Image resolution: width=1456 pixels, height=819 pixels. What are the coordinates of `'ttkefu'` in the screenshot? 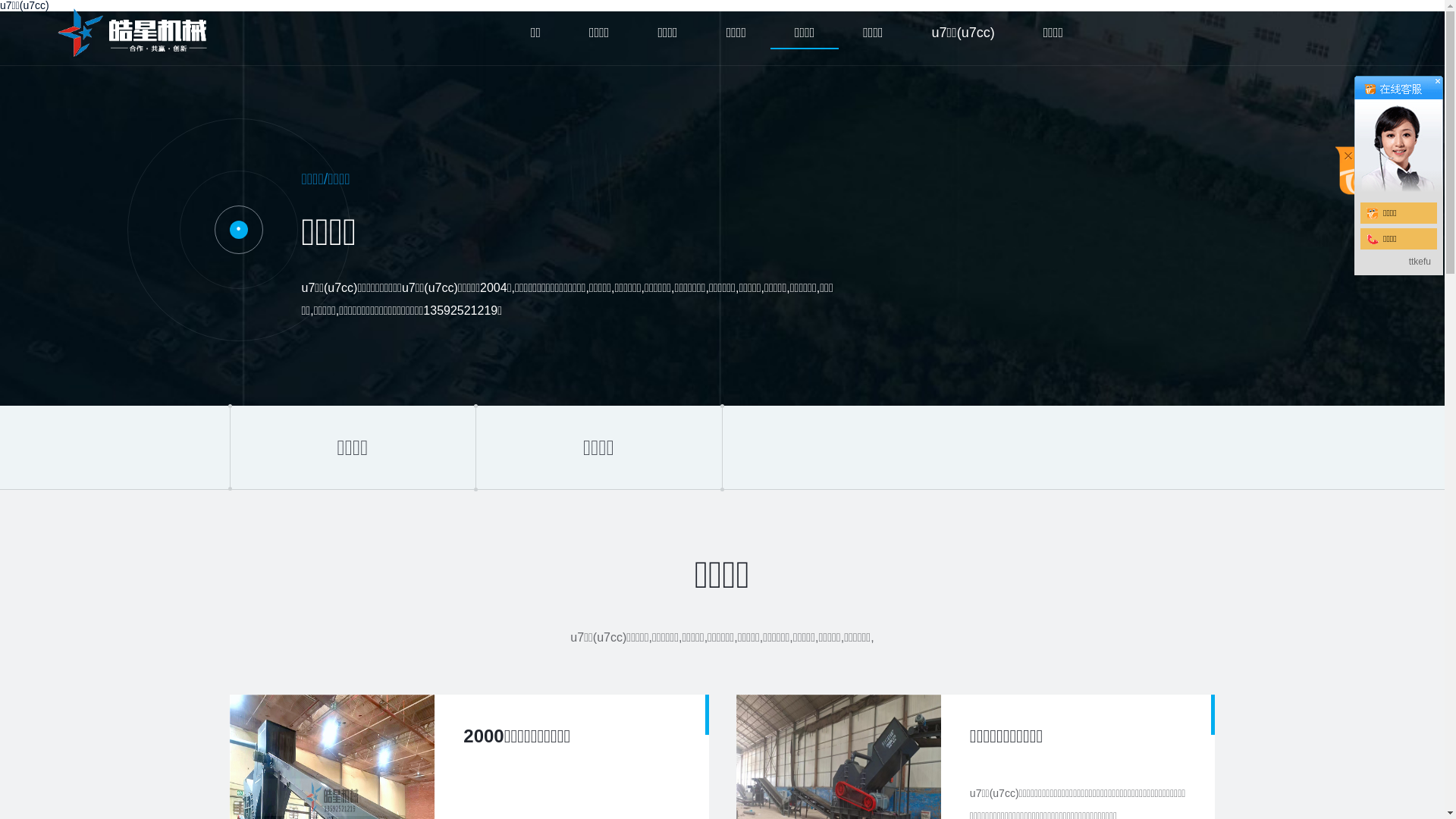 It's located at (1419, 260).